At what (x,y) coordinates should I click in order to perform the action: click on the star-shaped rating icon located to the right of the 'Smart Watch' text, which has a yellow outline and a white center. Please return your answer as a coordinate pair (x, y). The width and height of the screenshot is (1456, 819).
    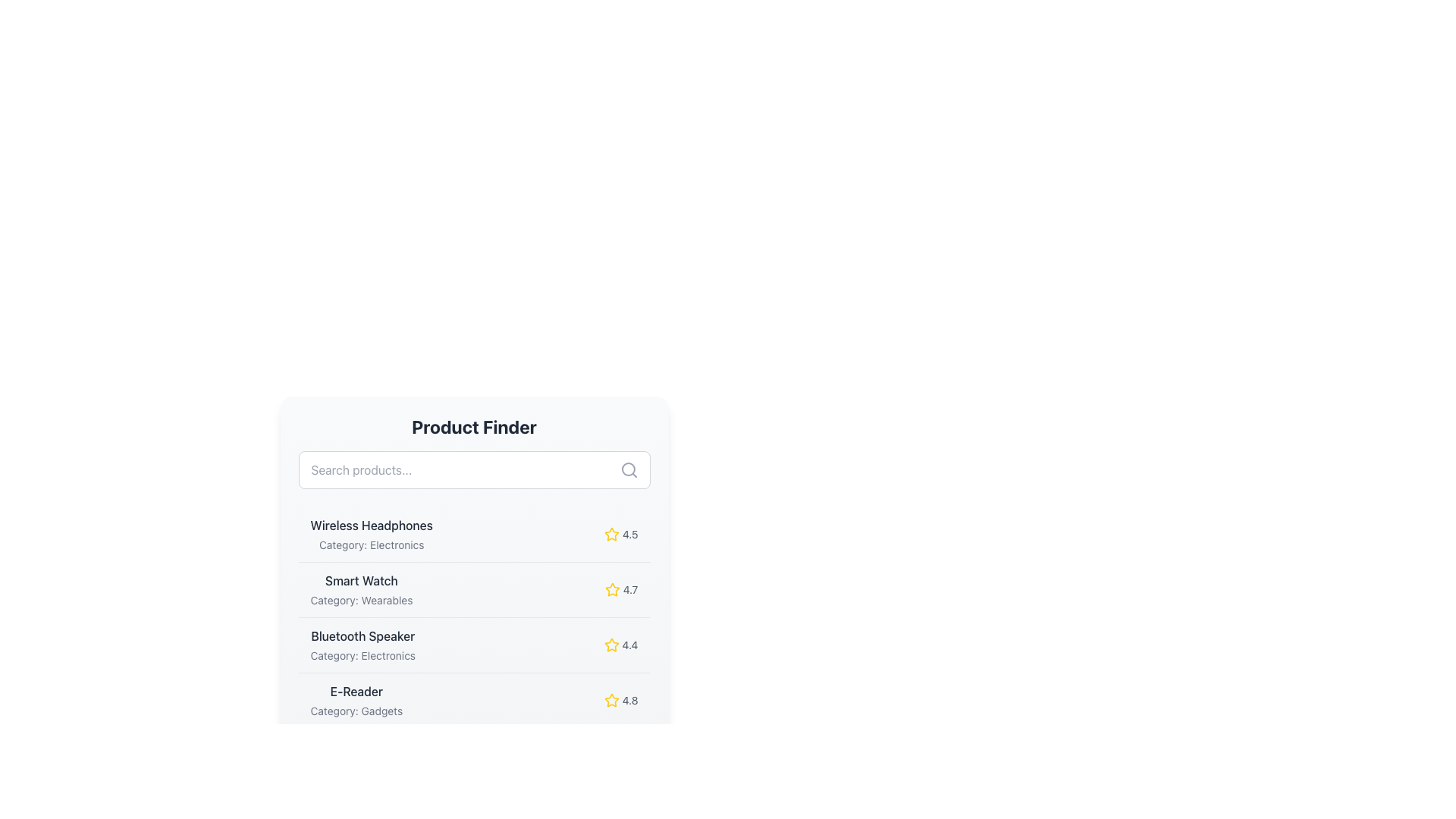
    Looking at the image, I should click on (612, 589).